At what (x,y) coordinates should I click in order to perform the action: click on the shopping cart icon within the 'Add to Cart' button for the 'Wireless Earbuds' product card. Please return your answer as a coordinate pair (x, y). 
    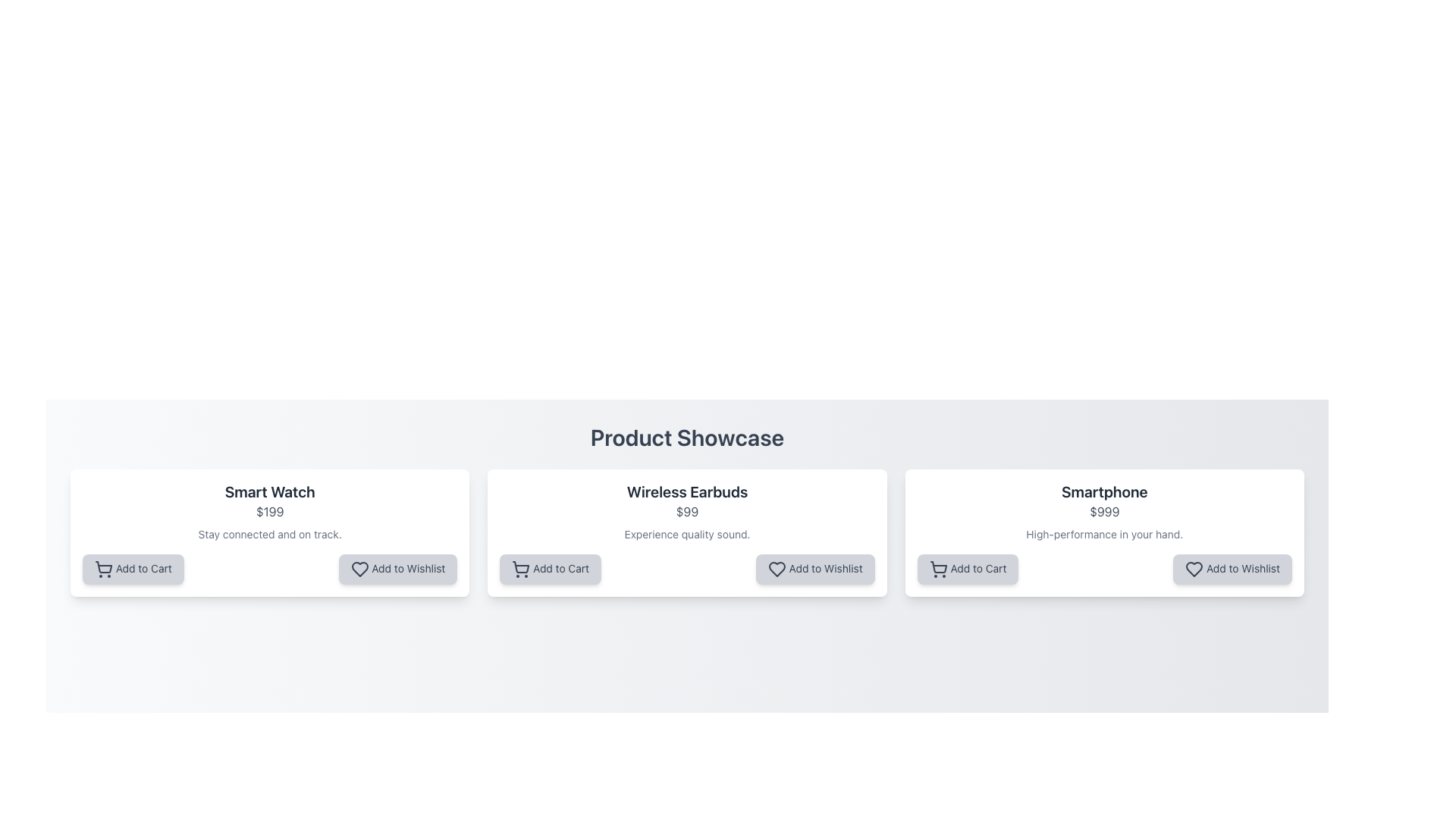
    Looking at the image, I should click on (521, 570).